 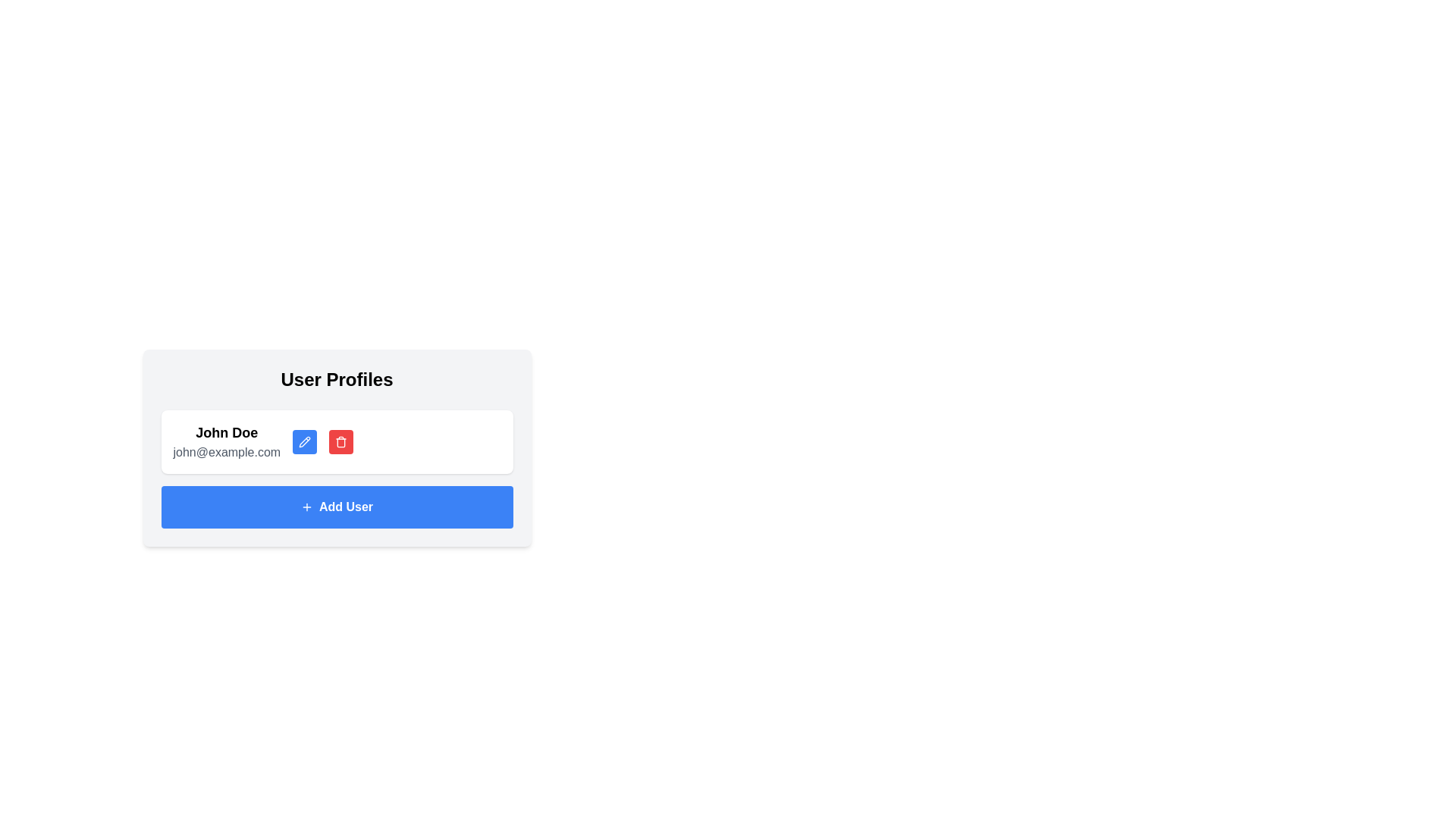 I want to click on the trash can icon, which is a bold red icon associated with delete actions, located to the right of the 'Edit' button in the same row as the user information ('John Doe' and email), so click(x=340, y=441).